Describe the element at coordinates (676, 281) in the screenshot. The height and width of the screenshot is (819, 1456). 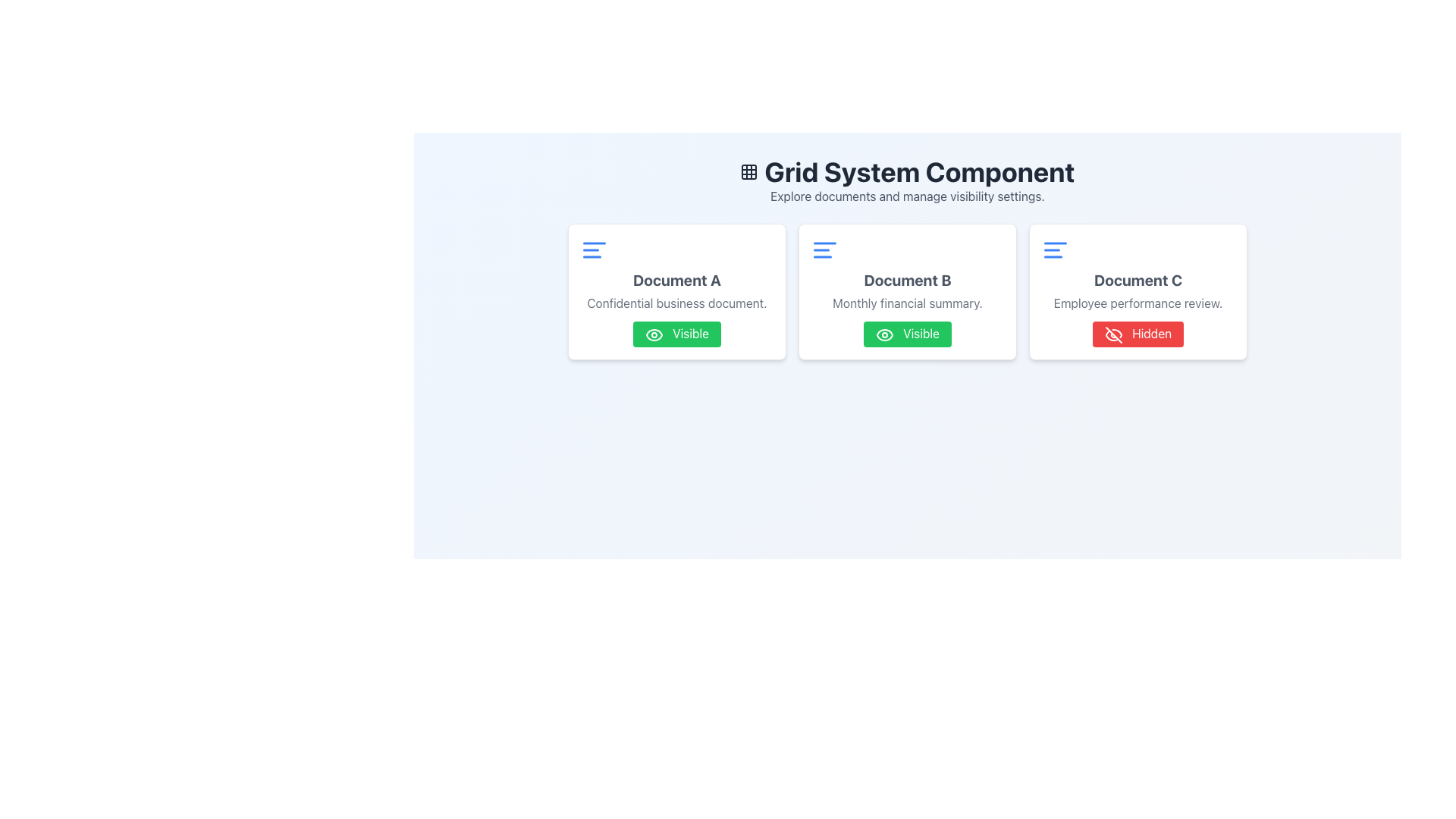
I see `text label indicating 'Document A', which is the header of the first card in the grid layout` at that location.